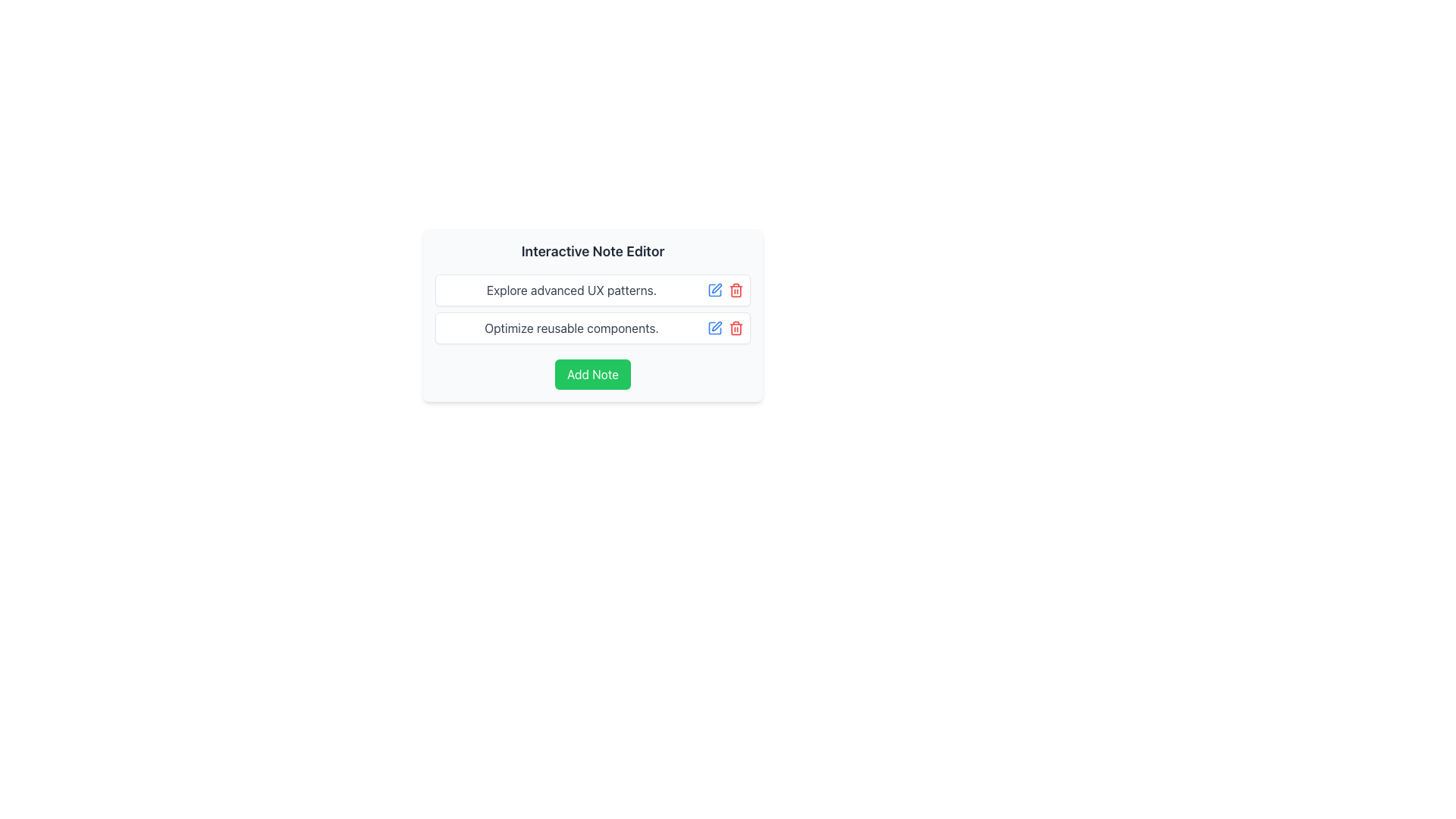 Image resolution: width=1456 pixels, height=819 pixels. Describe the element at coordinates (714, 327) in the screenshot. I see `the edit button located at the end of the second row labeled 'Optimize reusable components'` at that location.